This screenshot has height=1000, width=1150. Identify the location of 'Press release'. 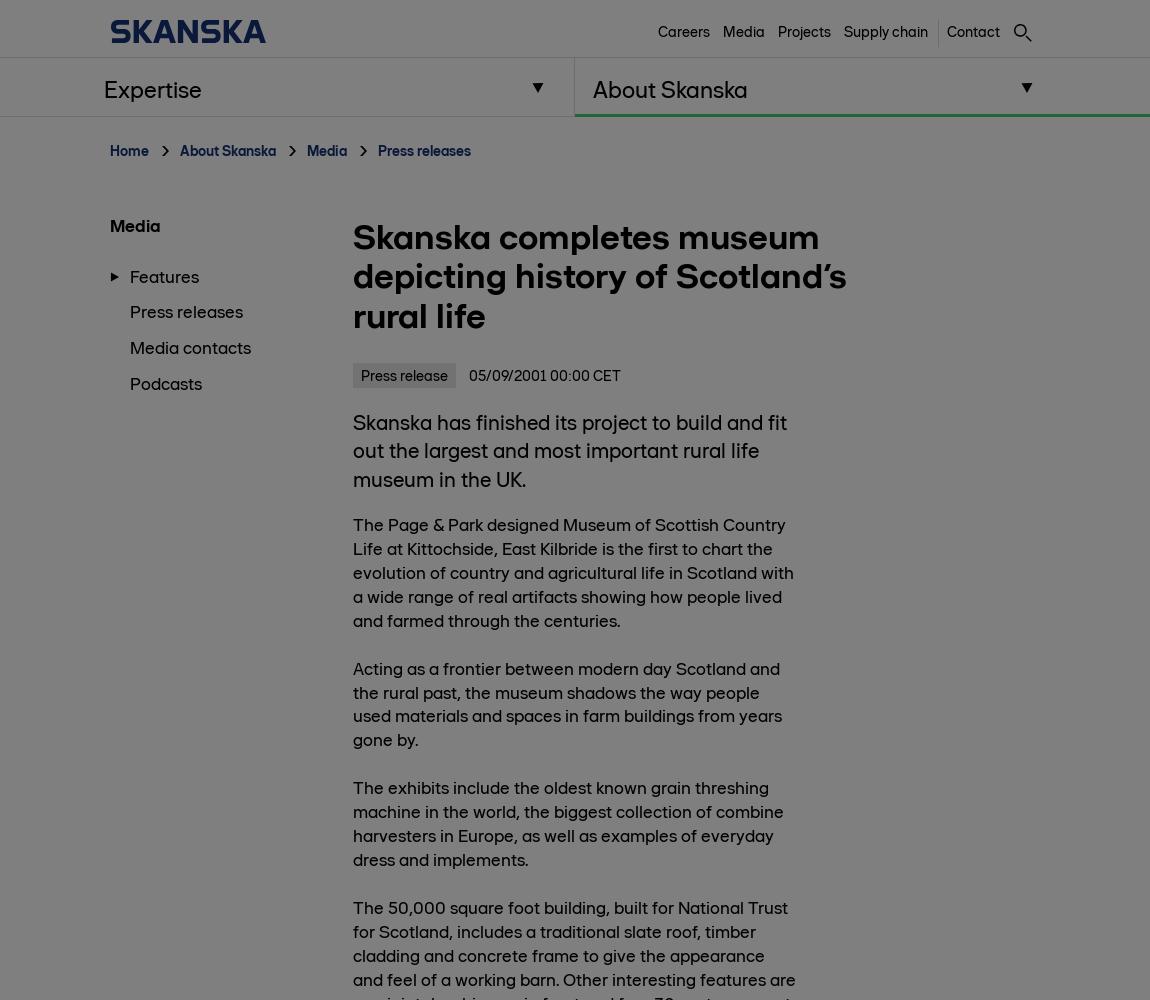
(403, 375).